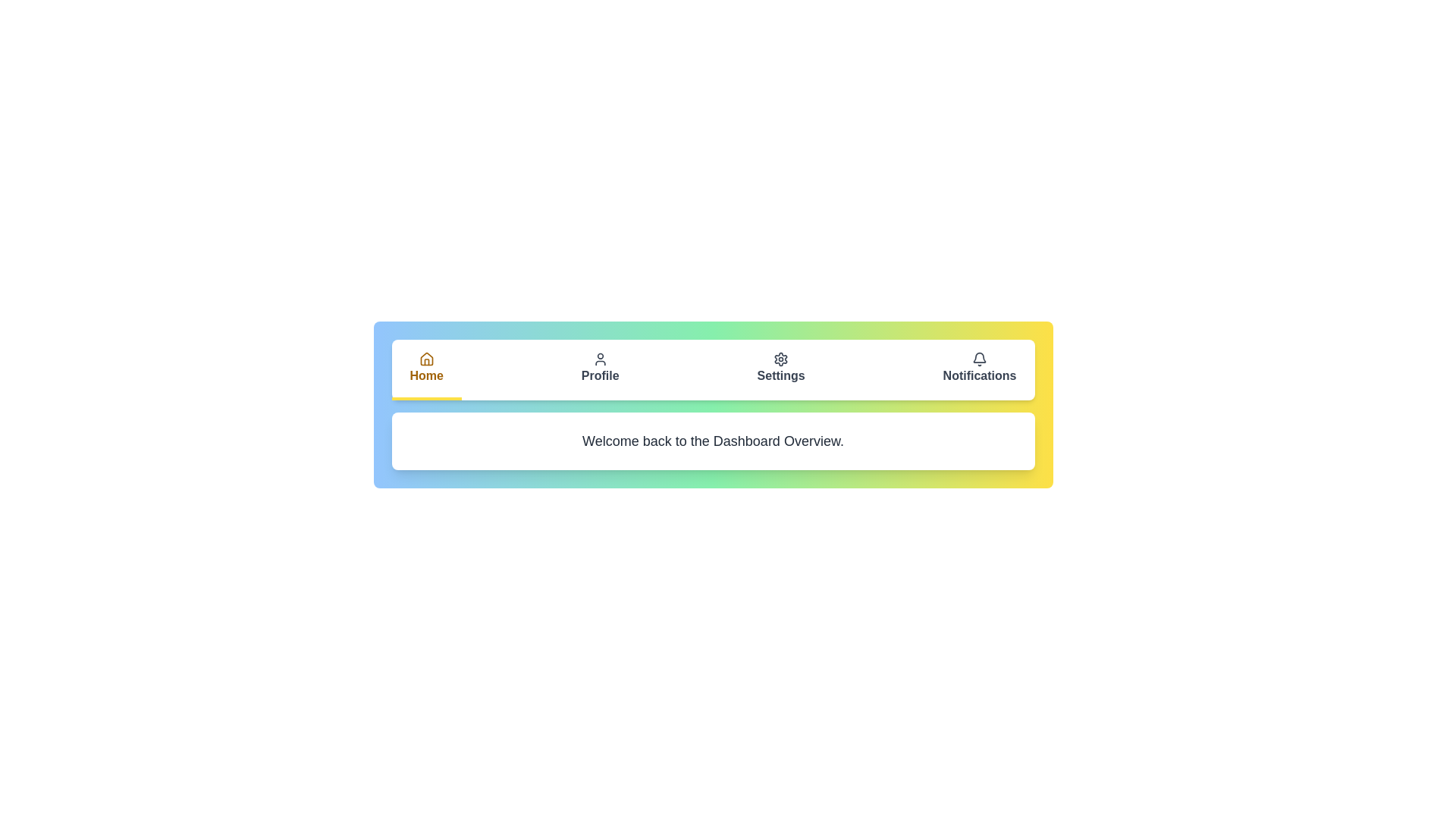  I want to click on the 'Notifications' button which features a notification bell icon and is the fourth item in the navigation bar, located at the top-right corner of the interface, so click(979, 370).